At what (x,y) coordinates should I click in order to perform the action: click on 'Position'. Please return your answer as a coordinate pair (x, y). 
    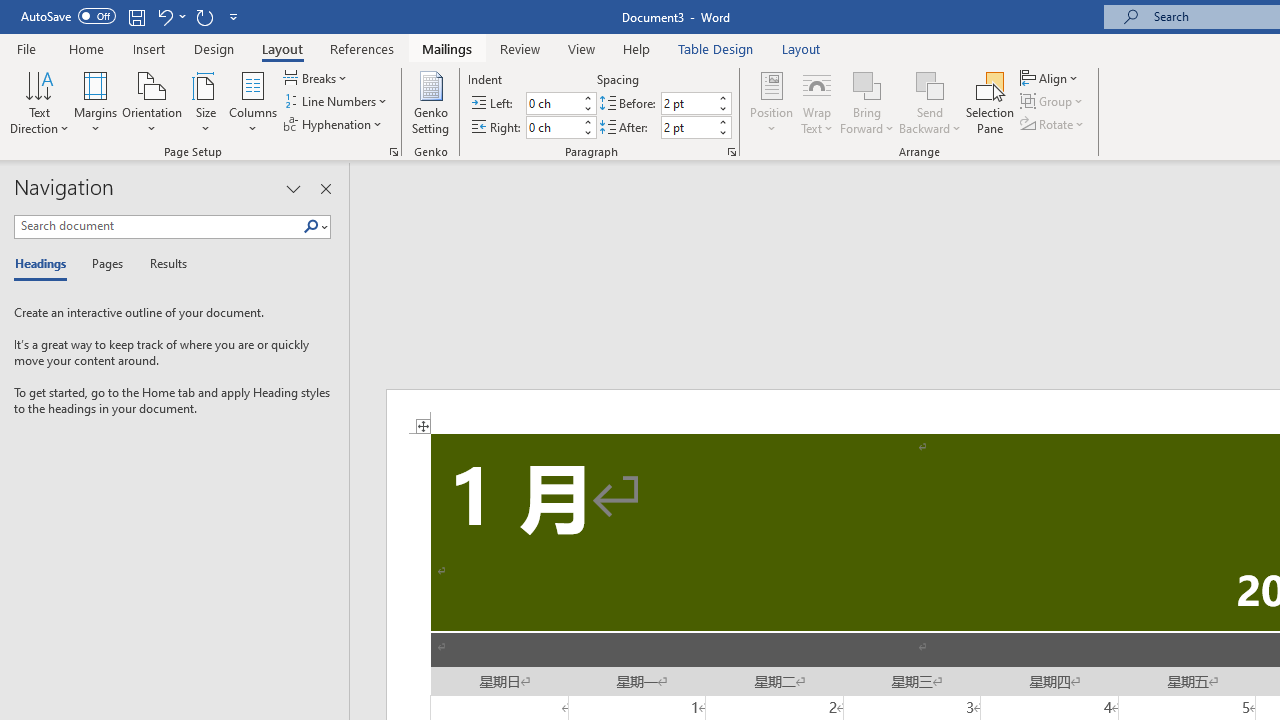
    Looking at the image, I should click on (770, 103).